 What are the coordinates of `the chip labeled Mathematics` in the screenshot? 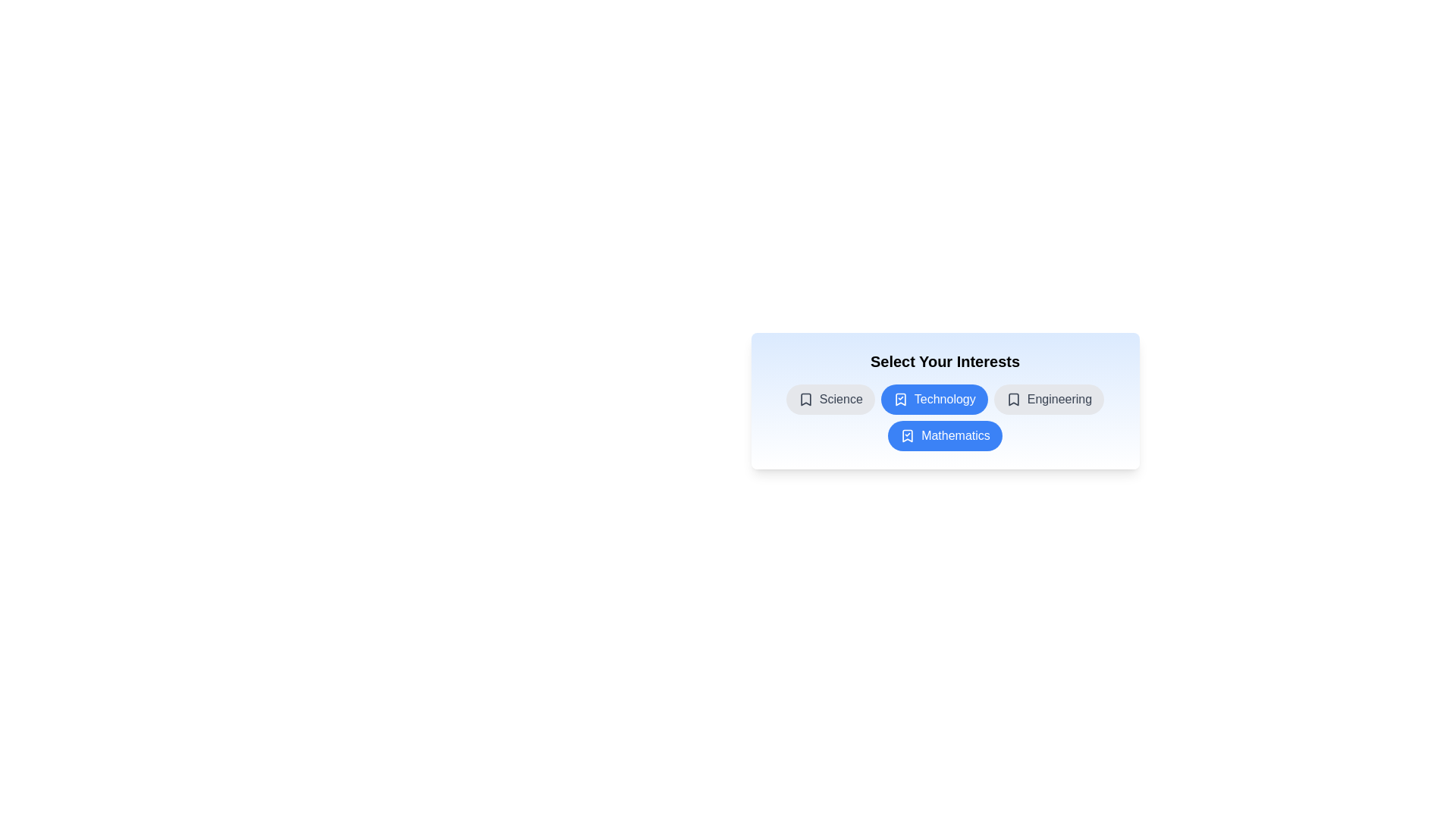 It's located at (944, 435).